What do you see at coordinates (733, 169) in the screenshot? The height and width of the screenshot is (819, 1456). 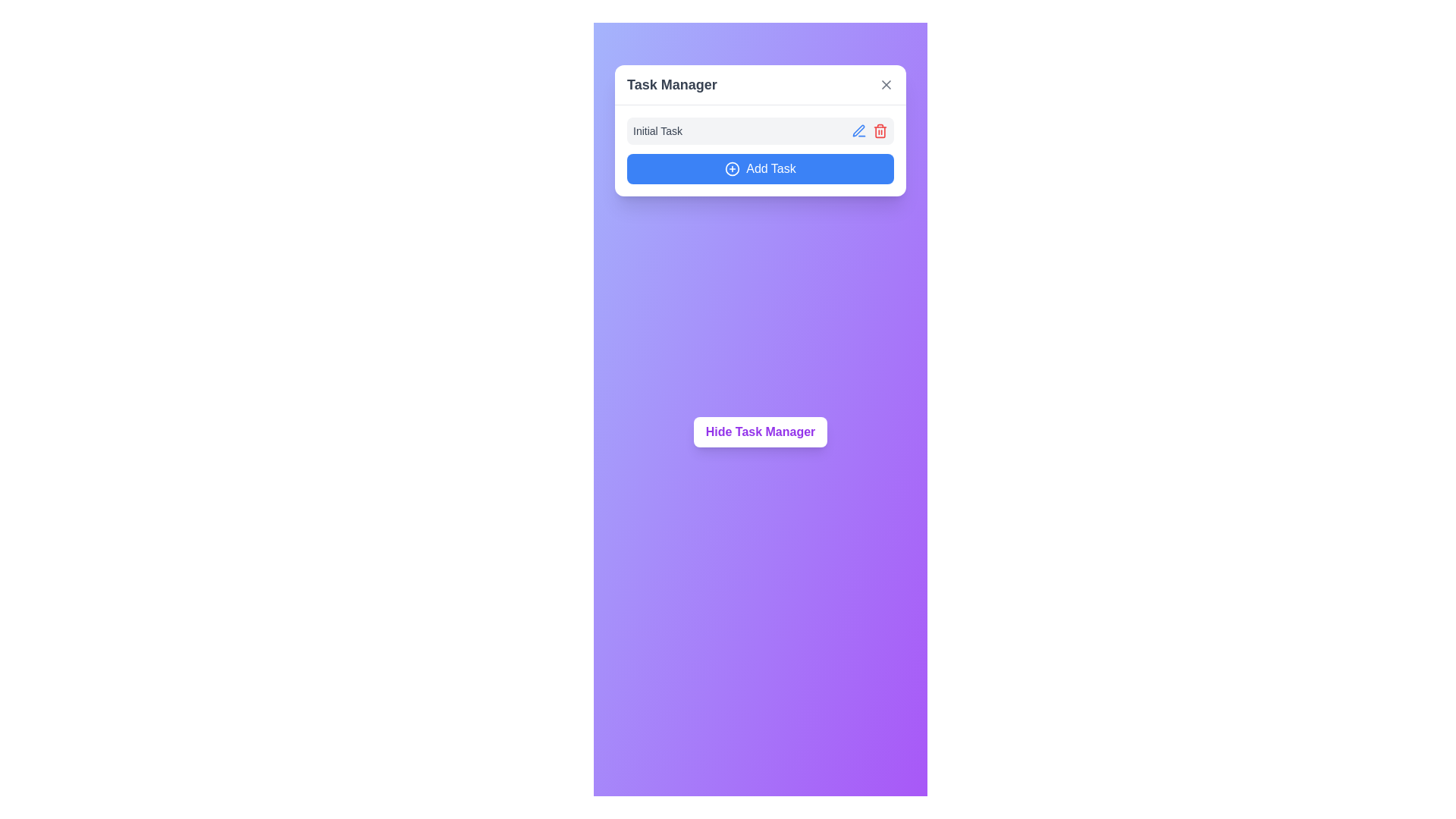 I see `the decorative SVG Circle element within the 'Add Task' button located below the task input field in the Task Manager interface` at bounding box center [733, 169].